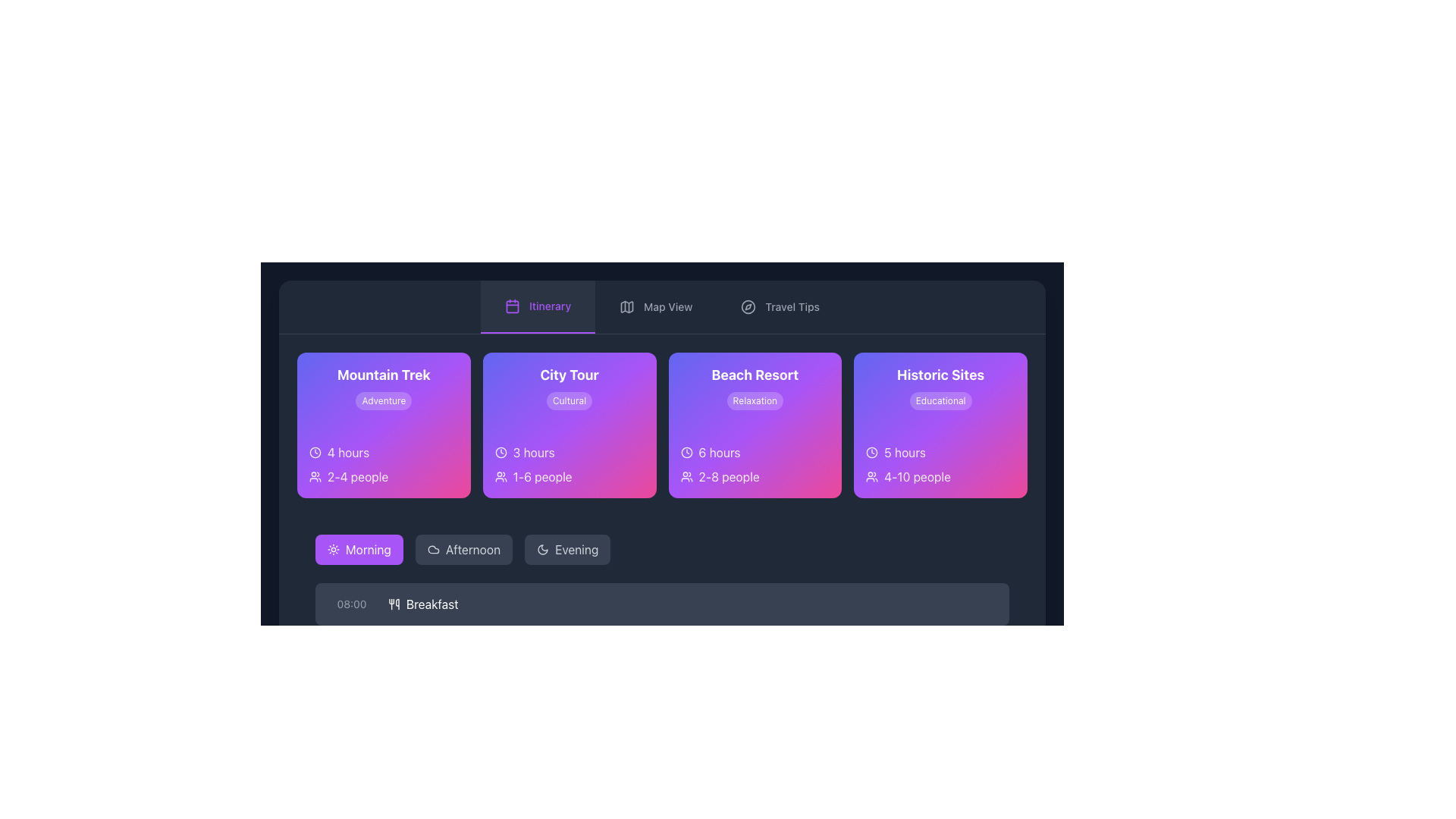 The height and width of the screenshot is (819, 1456). Describe the element at coordinates (656, 307) in the screenshot. I see `the 'Map View' button located in the navigation bar` at that location.